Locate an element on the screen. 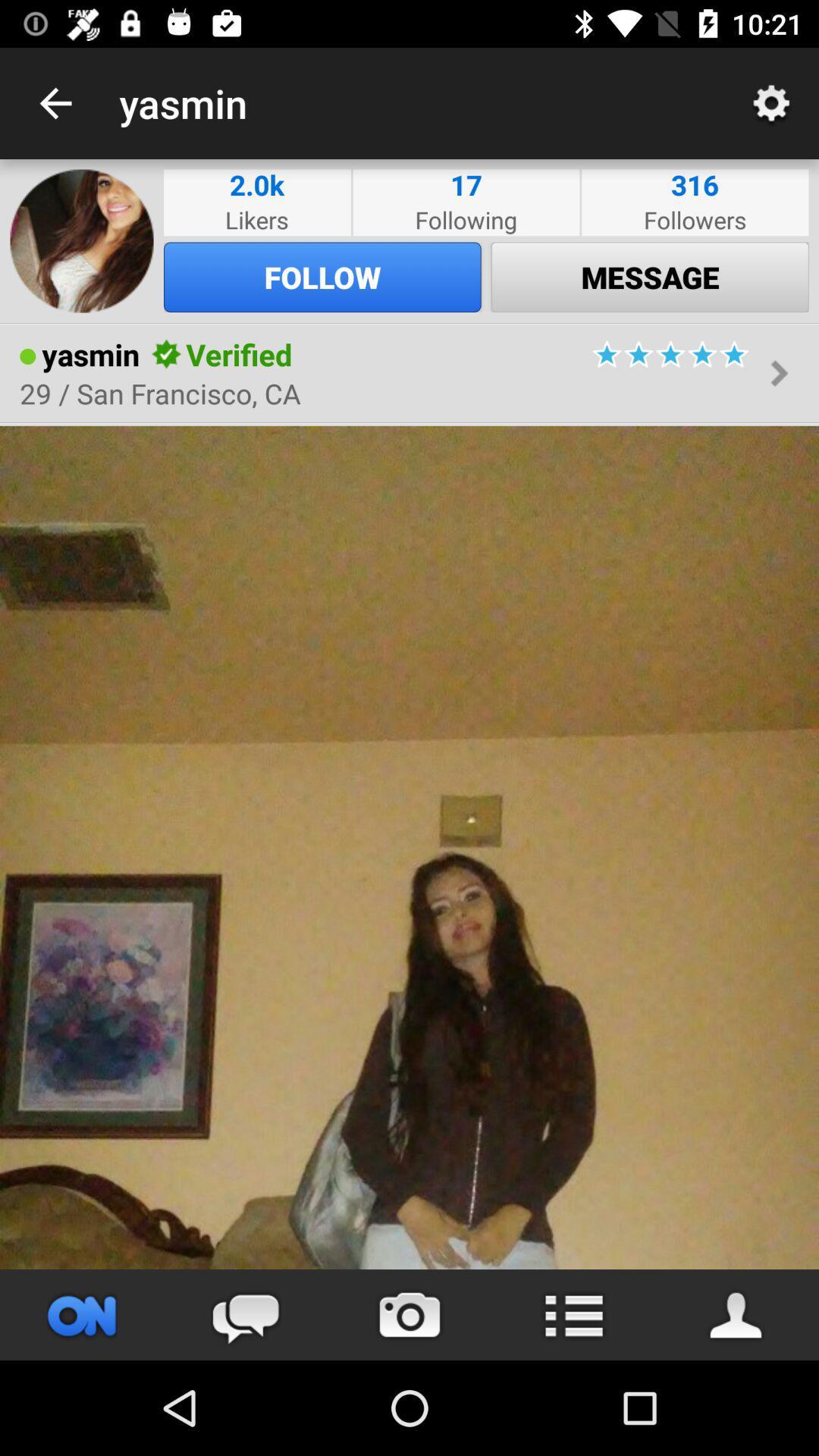 This screenshot has width=819, height=1456. profile is located at coordinates (736, 1314).